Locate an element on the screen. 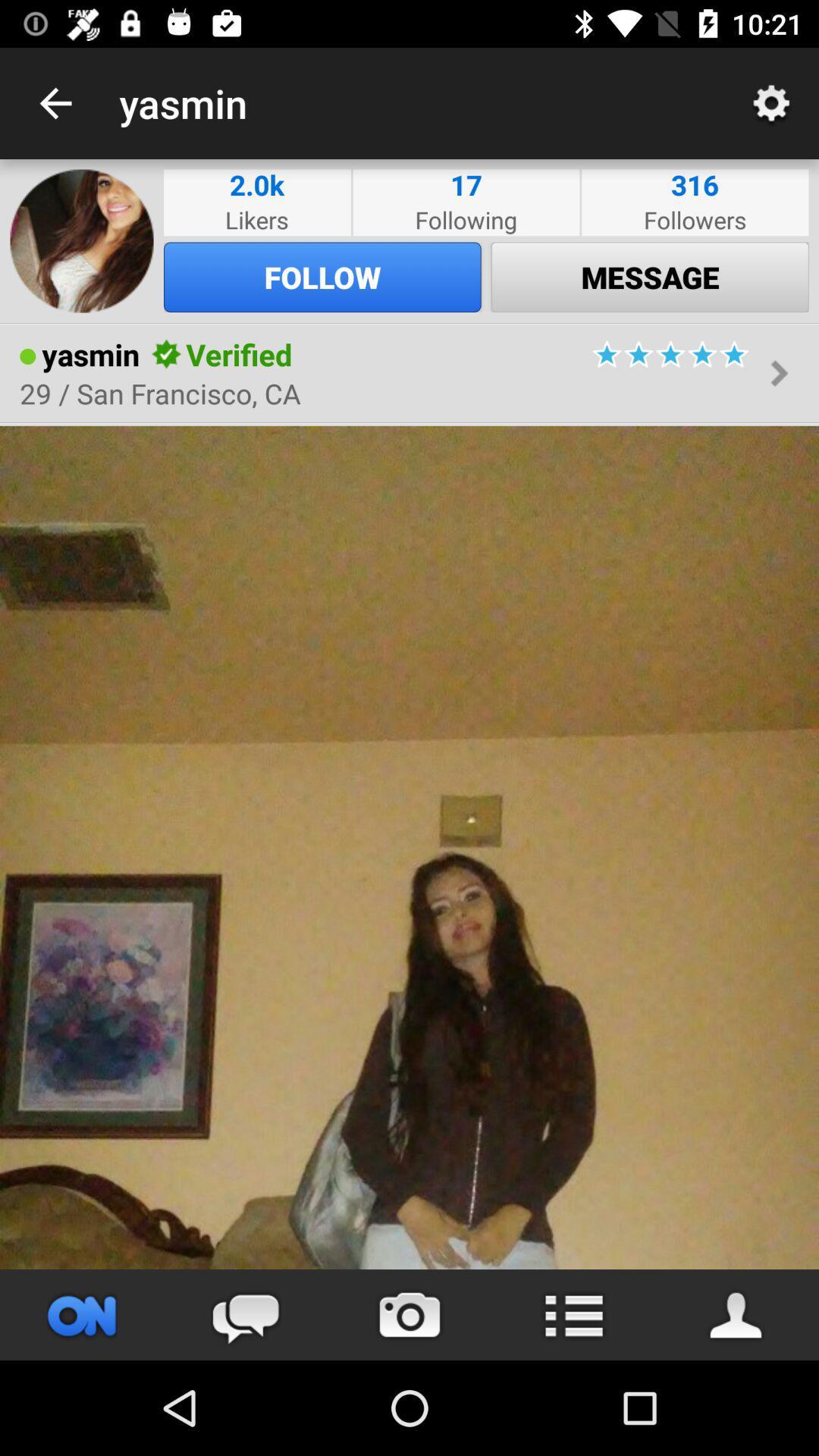 This screenshot has width=819, height=1456. profile is located at coordinates (736, 1314).